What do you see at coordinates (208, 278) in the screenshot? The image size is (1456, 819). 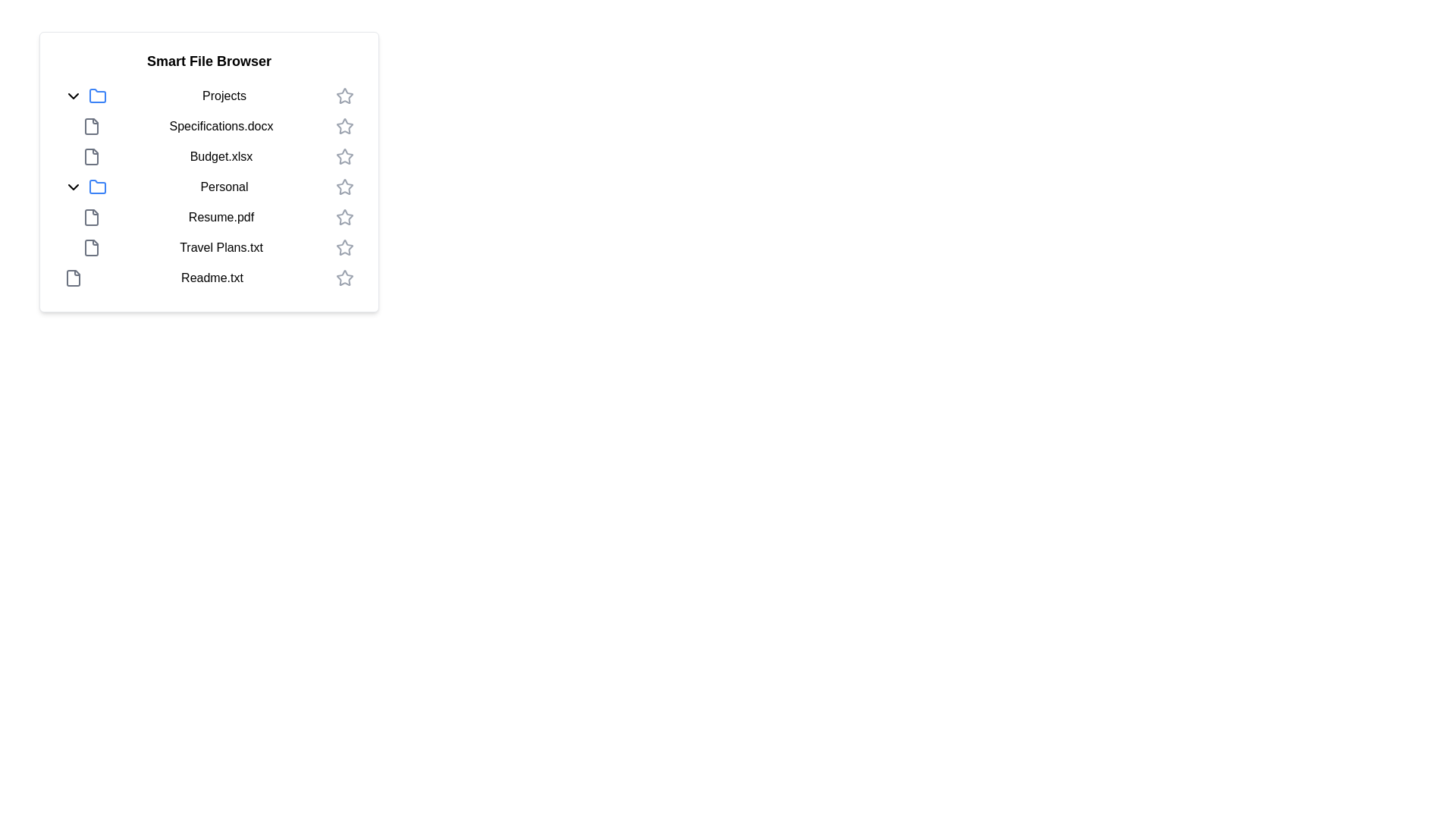 I see `the text label 'Readme.txt' in the file browser list` at bounding box center [208, 278].